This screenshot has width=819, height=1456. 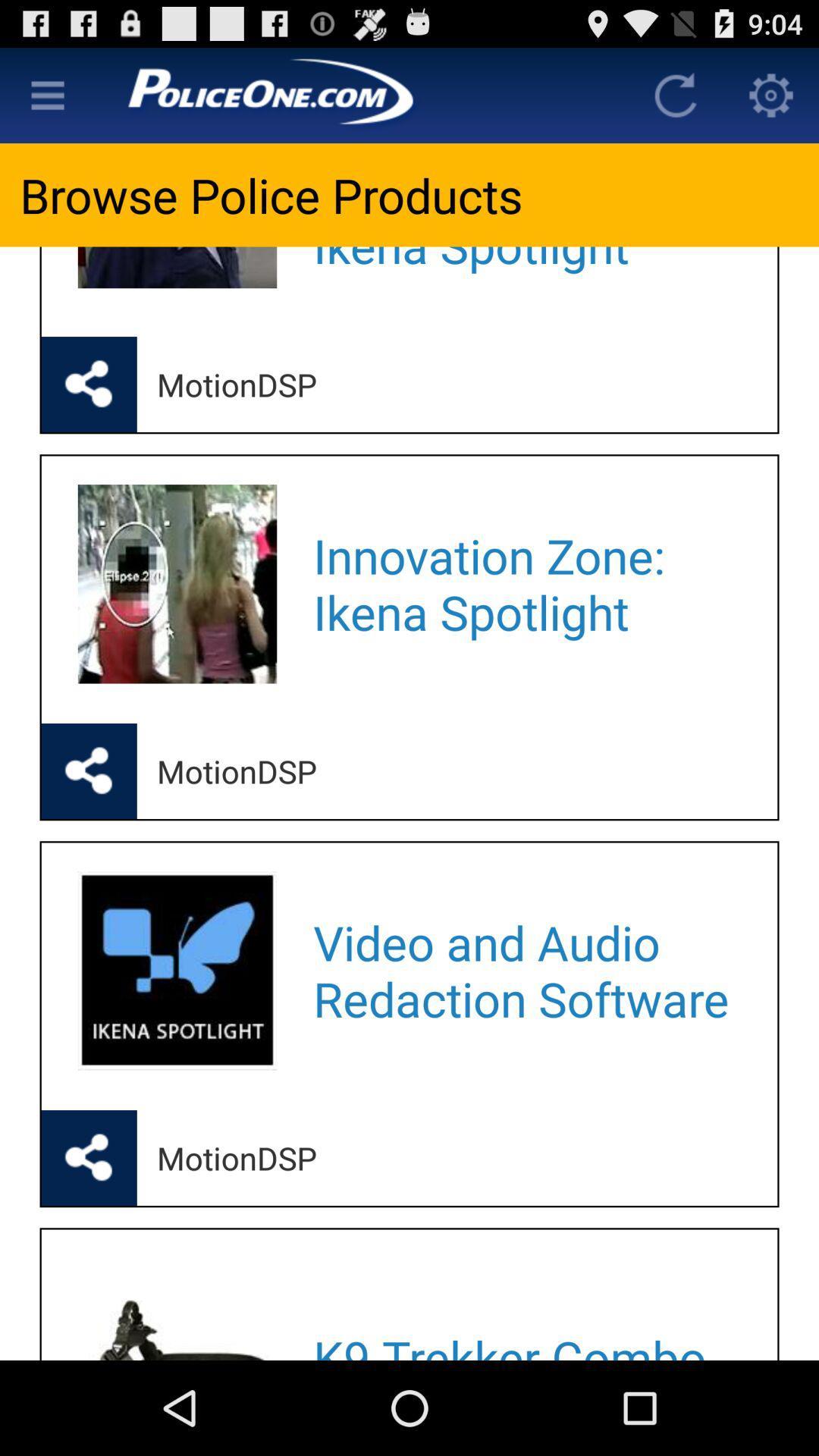 What do you see at coordinates (525, 971) in the screenshot?
I see `app above motiondsp icon` at bounding box center [525, 971].